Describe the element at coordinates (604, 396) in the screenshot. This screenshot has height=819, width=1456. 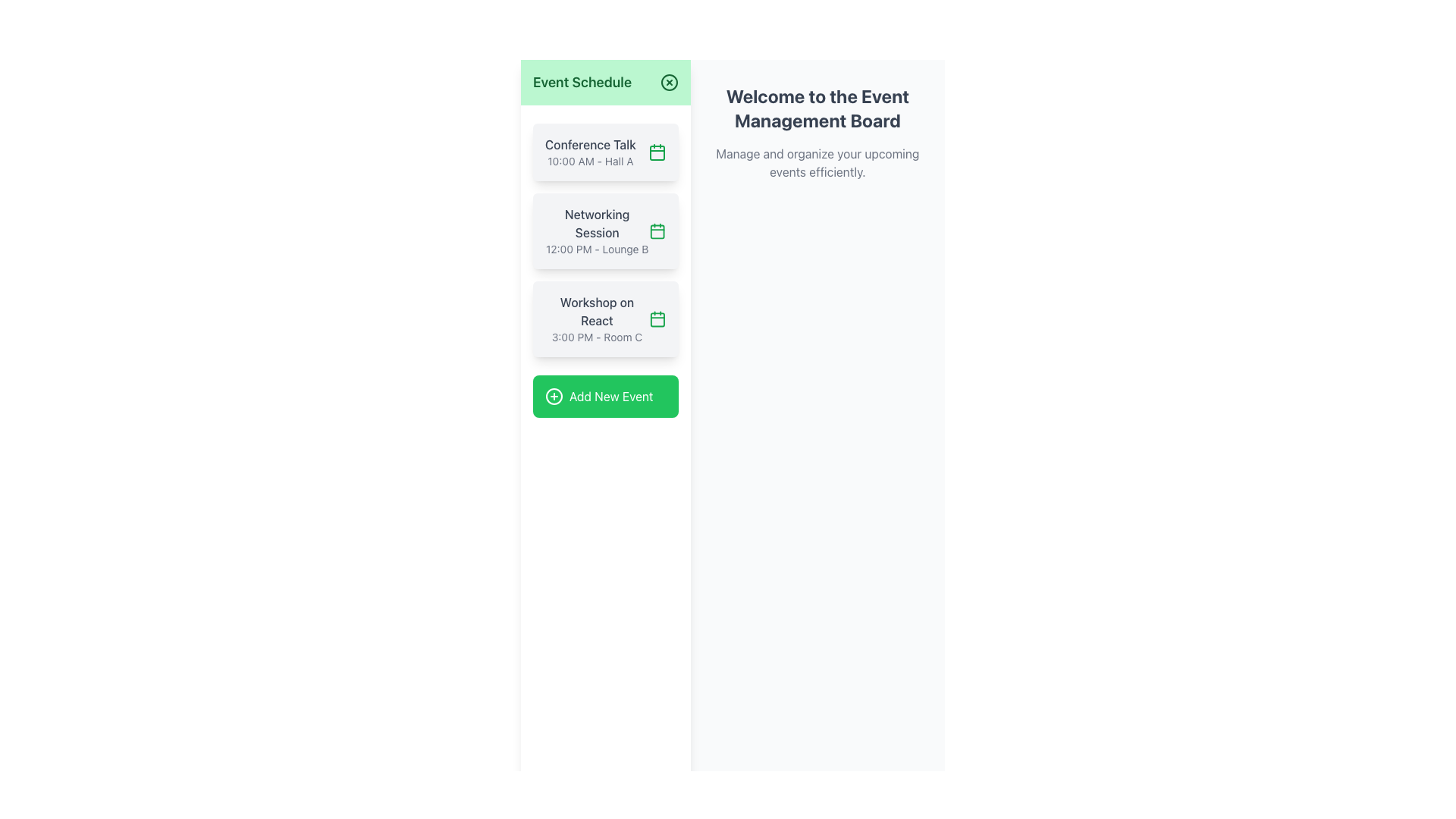
I see `the green button labeled 'Add New Event' located beneath the 'Workshop on React' item in the event list` at that location.